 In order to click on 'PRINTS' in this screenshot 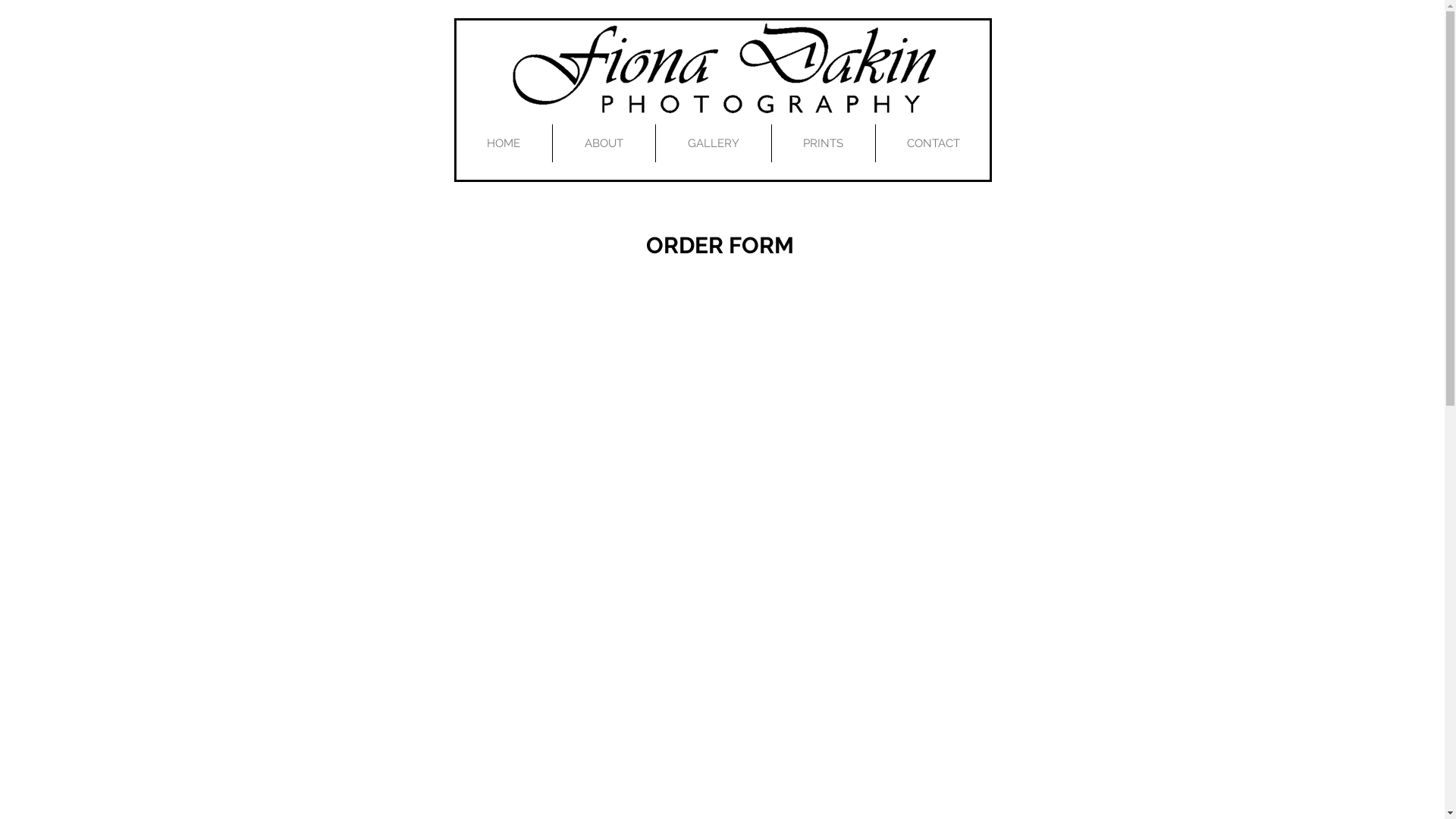, I will do `click(822, 143)`.